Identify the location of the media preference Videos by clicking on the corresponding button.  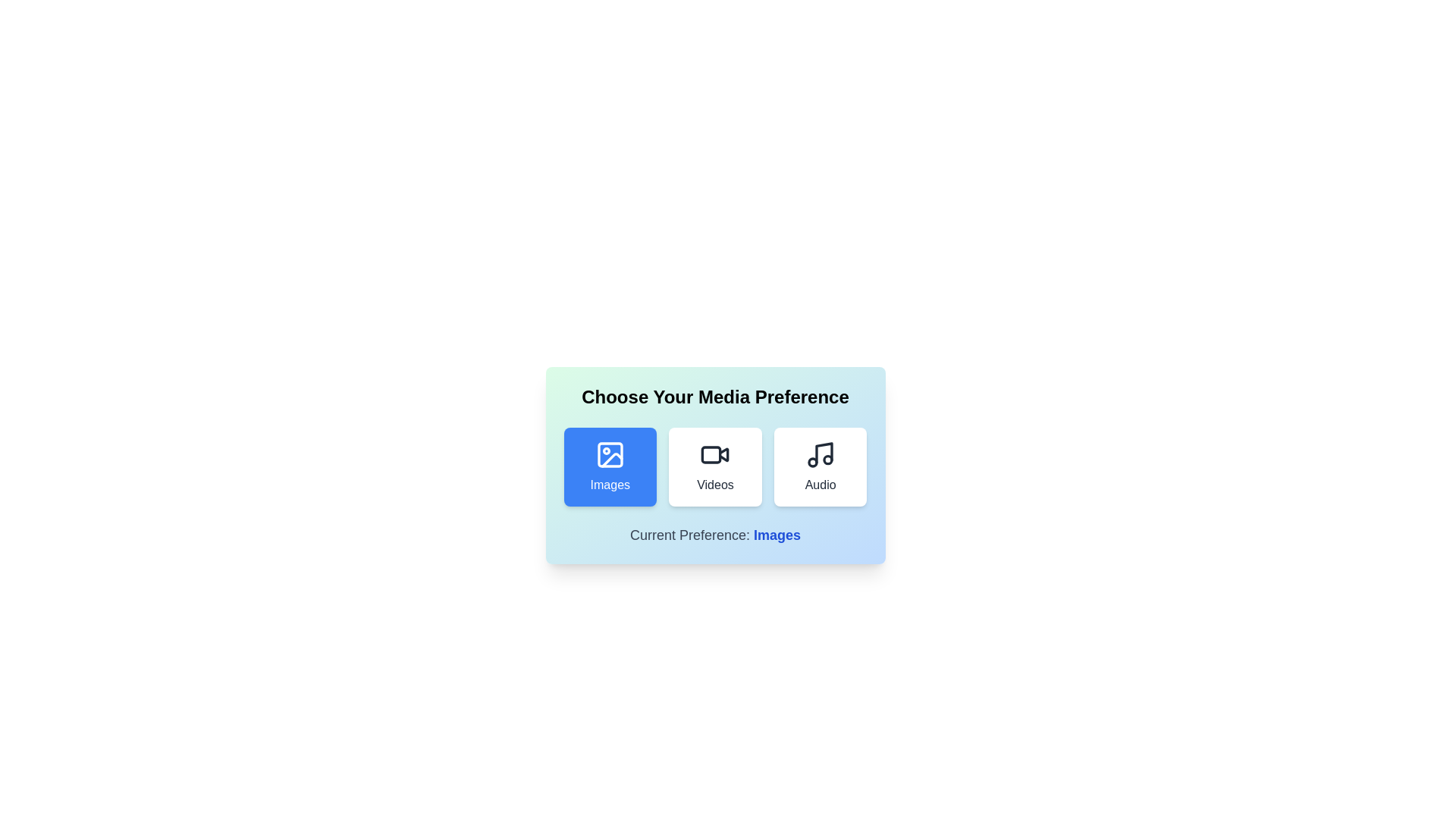
(714, 466).